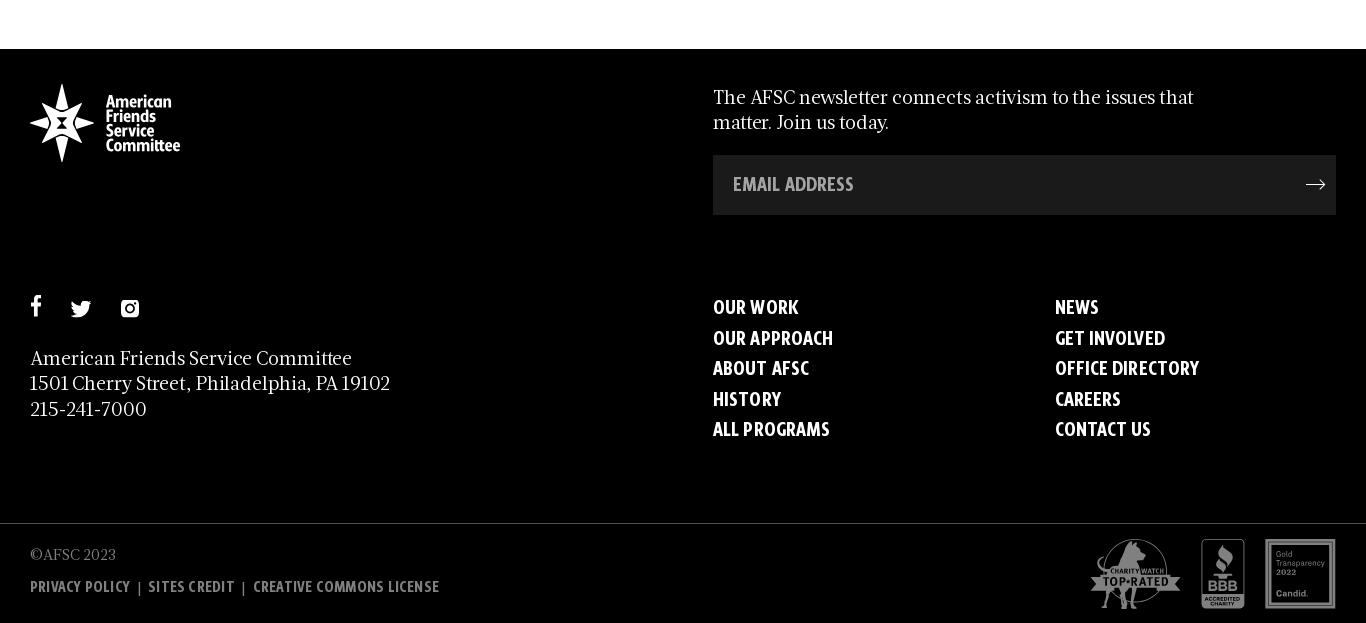 This screenshot has width=1366, height=623. What do you see at coordinates (72, 551) in the screenshot?
I see `'©AFSC 2023'` at bounding box center [72, 551].